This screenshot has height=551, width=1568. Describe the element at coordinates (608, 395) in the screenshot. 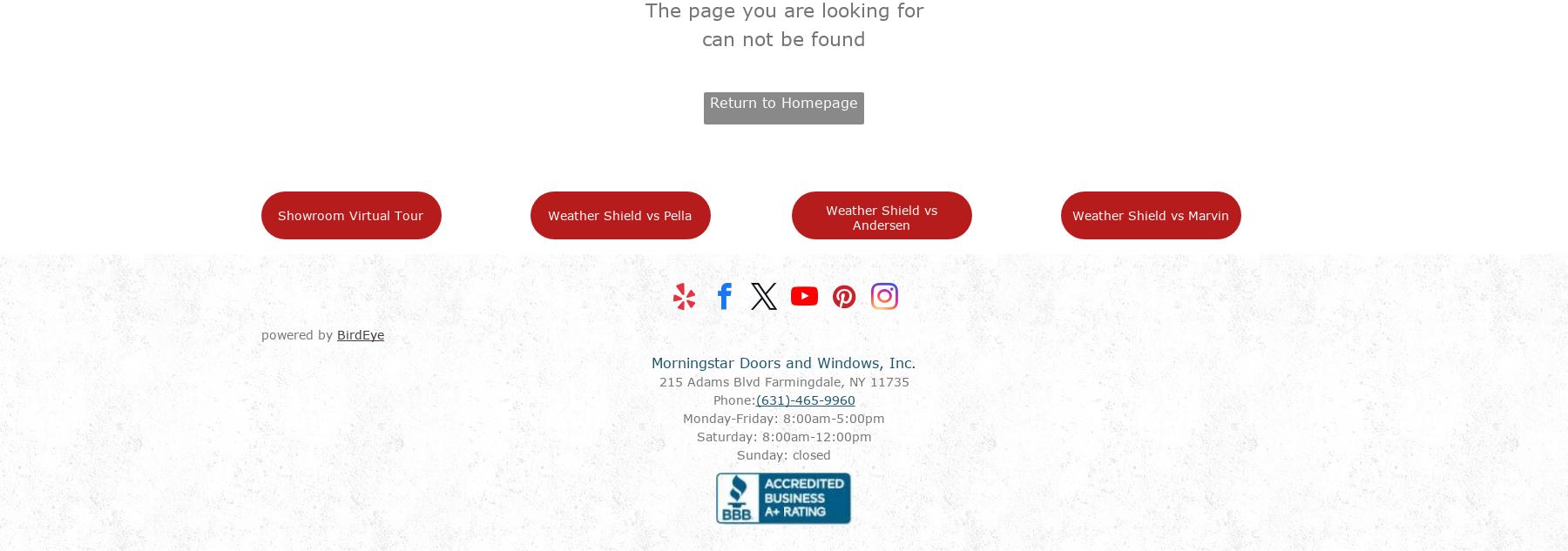

I see `'Commericial Products'` at that location.